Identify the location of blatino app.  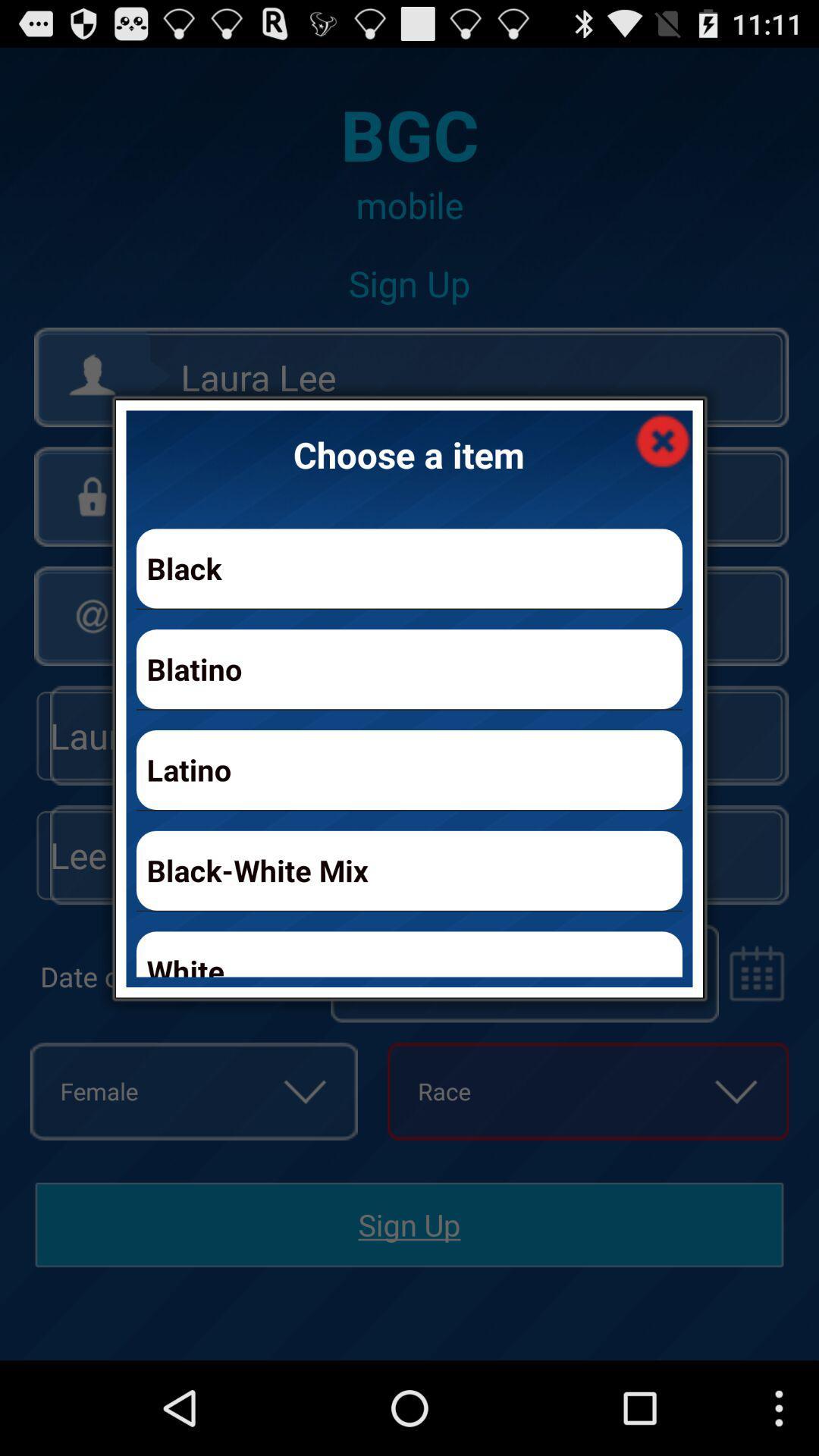
(409, 668).